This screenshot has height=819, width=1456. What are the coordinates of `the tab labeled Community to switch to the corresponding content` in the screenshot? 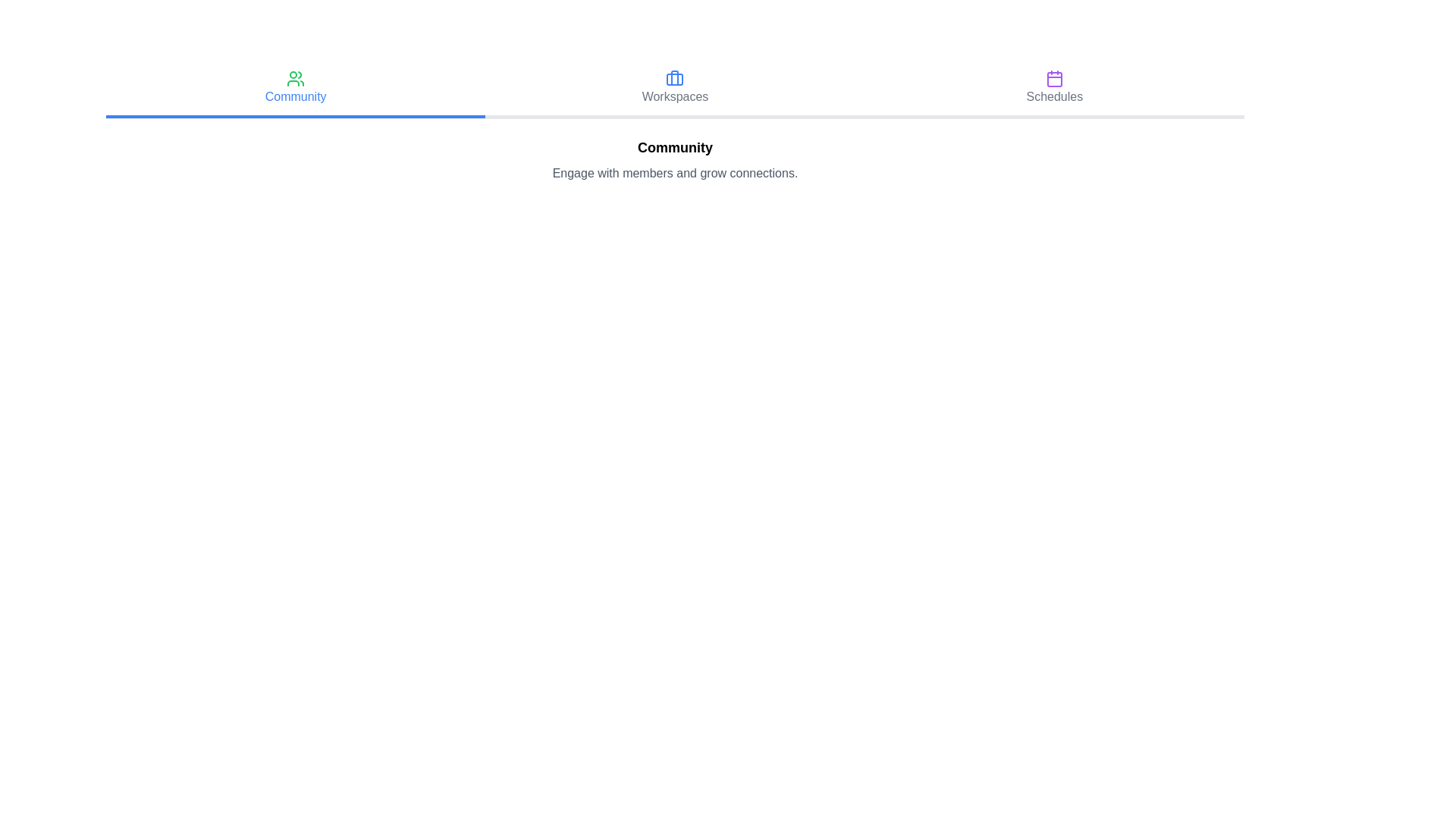 It's located at (296, 89).